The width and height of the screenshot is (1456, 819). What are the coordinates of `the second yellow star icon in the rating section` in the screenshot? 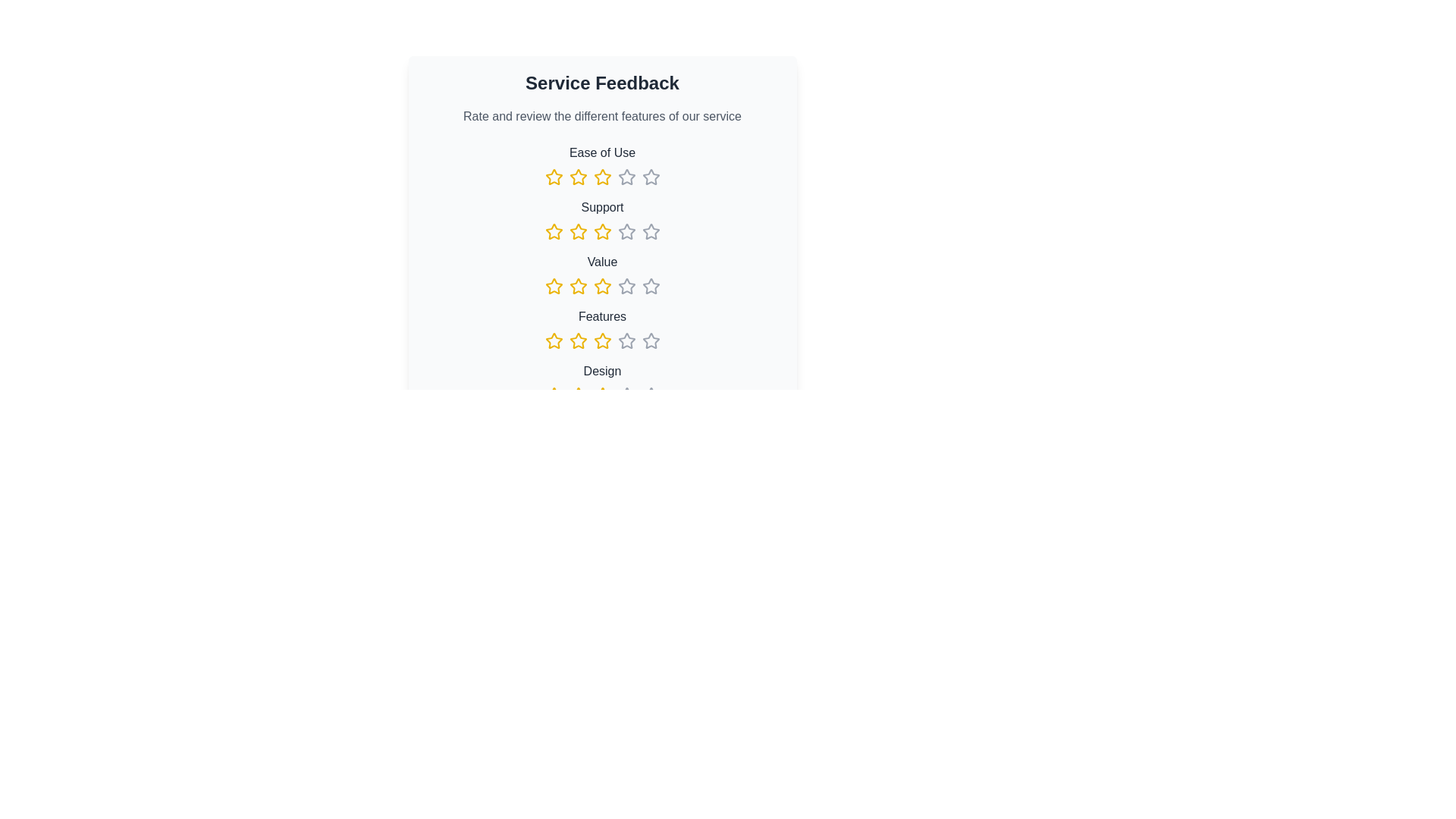 It's located at (577, 287).